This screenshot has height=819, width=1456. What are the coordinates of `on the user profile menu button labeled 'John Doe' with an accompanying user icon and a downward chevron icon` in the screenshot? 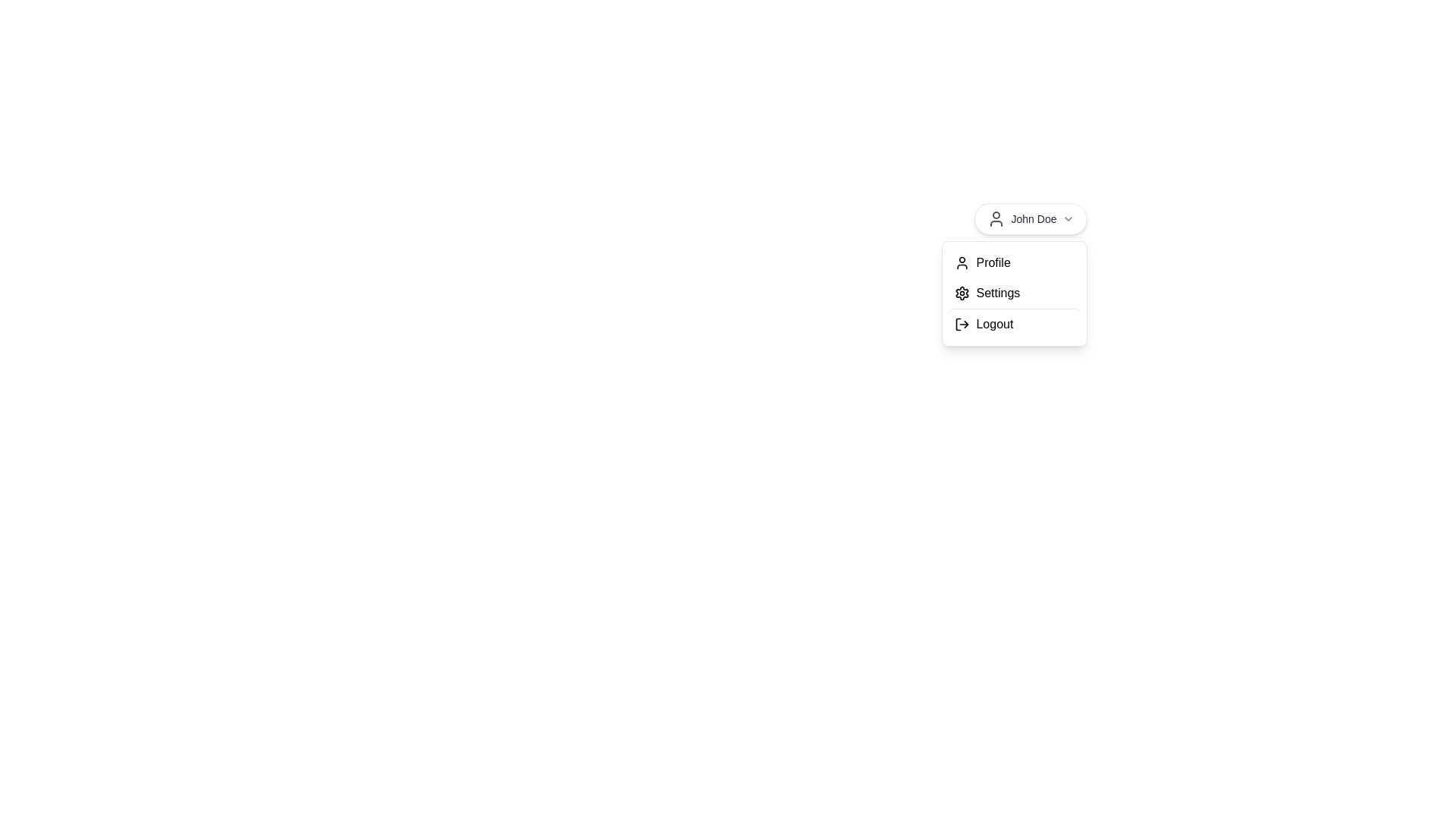 It's located at (1031, 219).